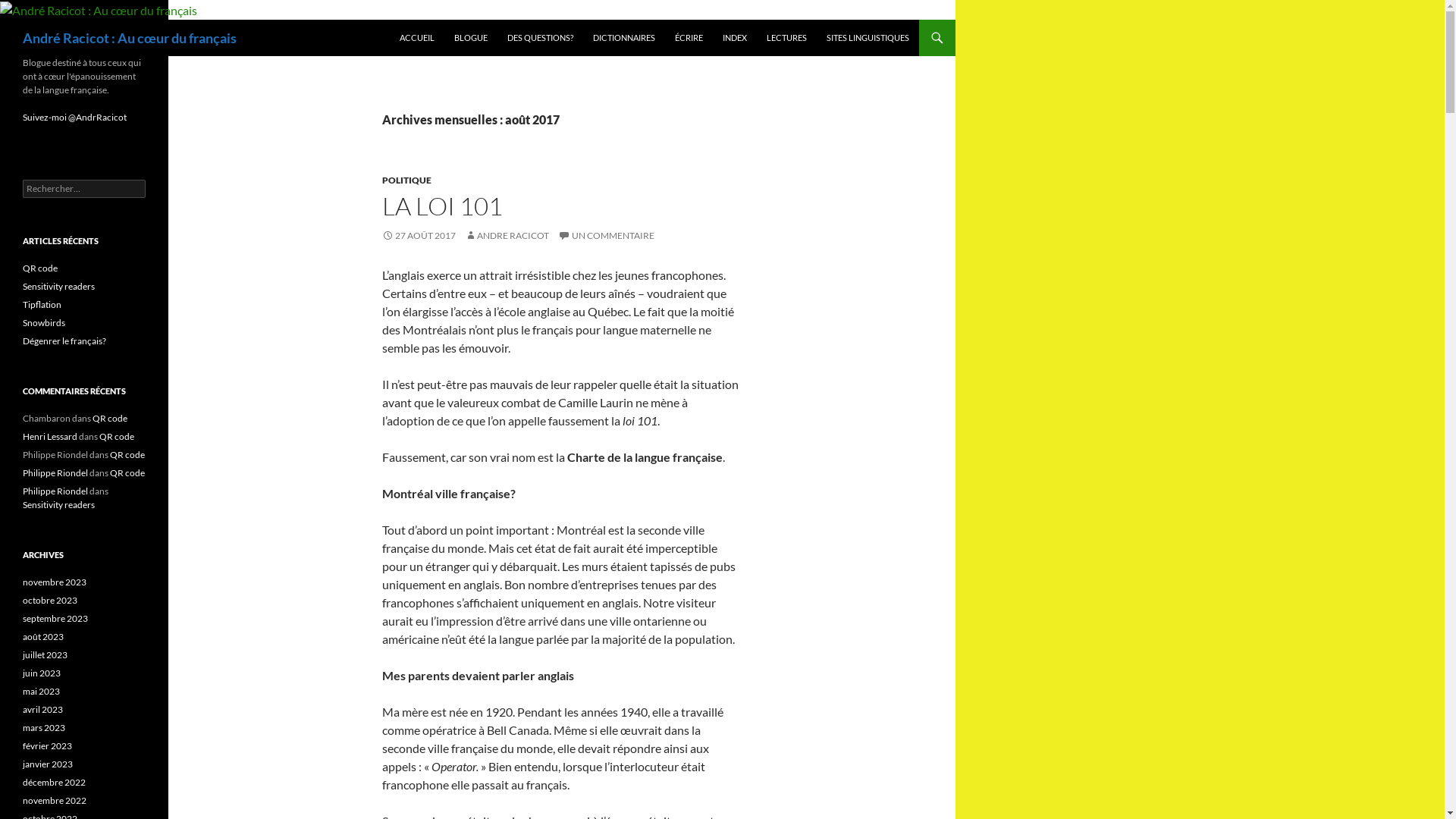 The height and width of the screenshot is (819, 1456). Describe the element at coordinates (74, 116) in the screenshot. I see `'Suivez-moi @AndrRacicot'` at that location.